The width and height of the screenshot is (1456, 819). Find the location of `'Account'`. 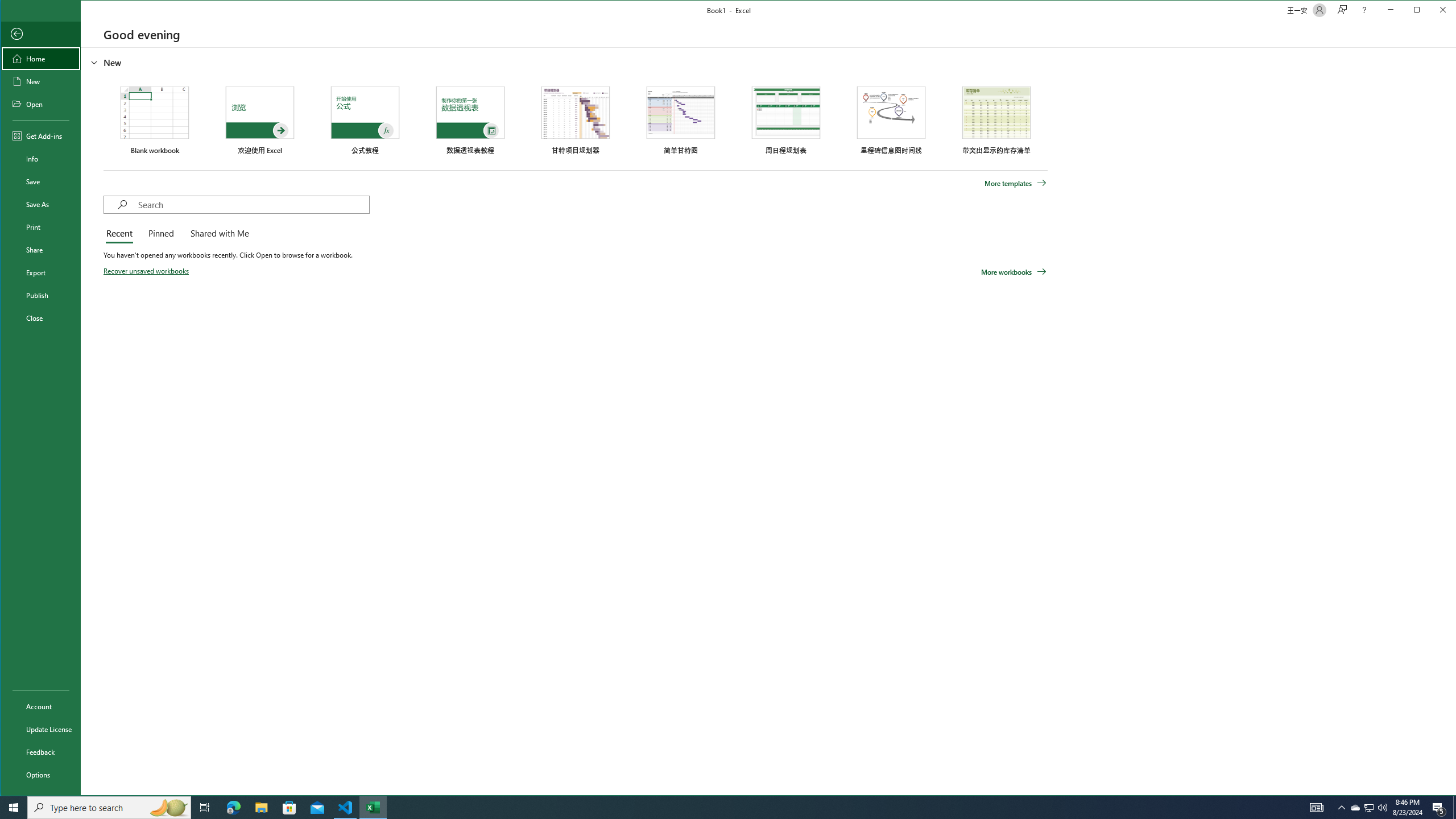

'Account' is located at coordinates (40, 706).